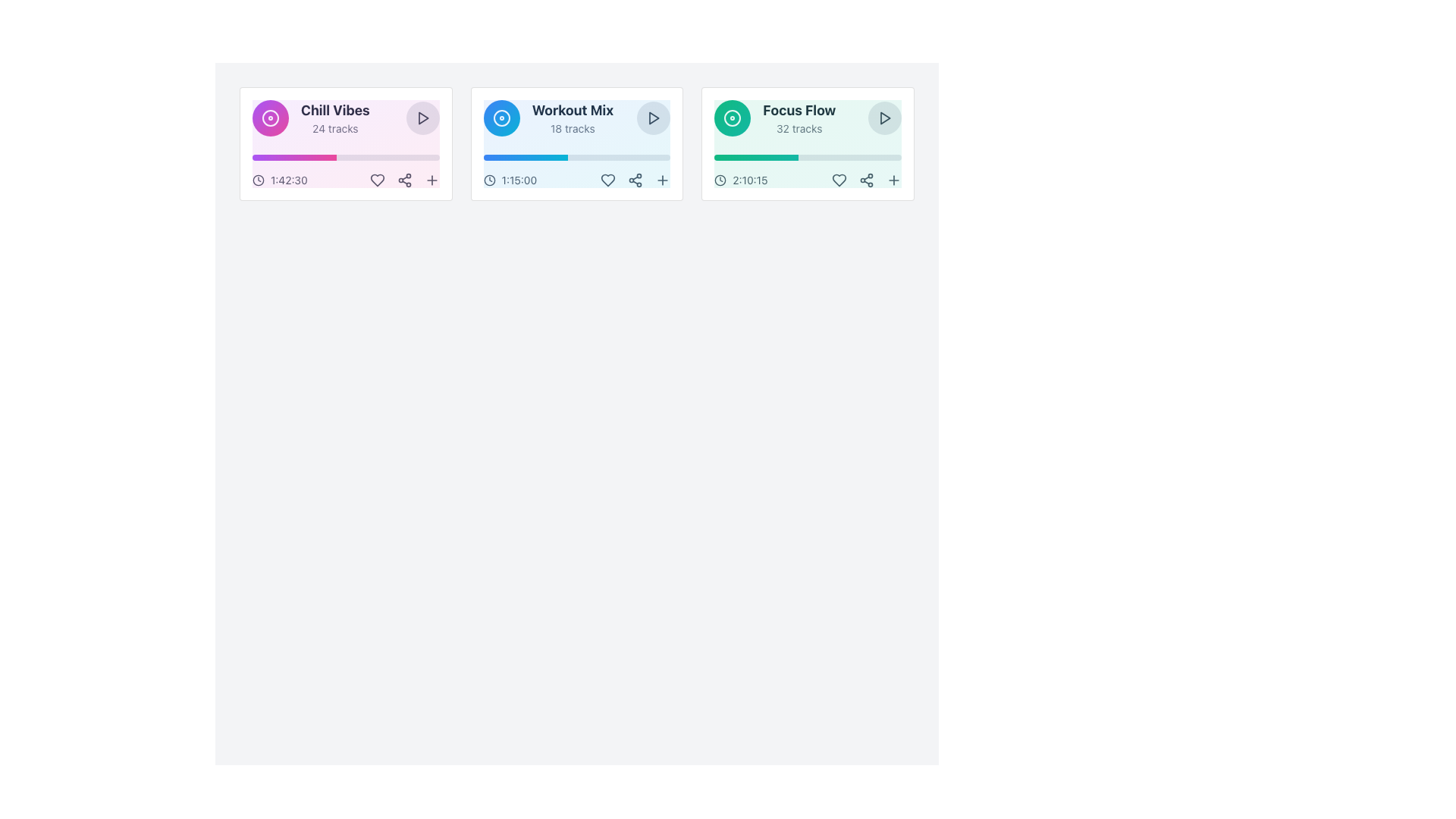 The width and height of the screenshot is (1456, 819). What do you see at coordinates (334, 117) in the screenshot?
I see `the 'Chill Vibes' label with supporting text, which features bold text styled in dark gray and is located in the upper center area of the first playlist card` at bounding box center [334, 117].